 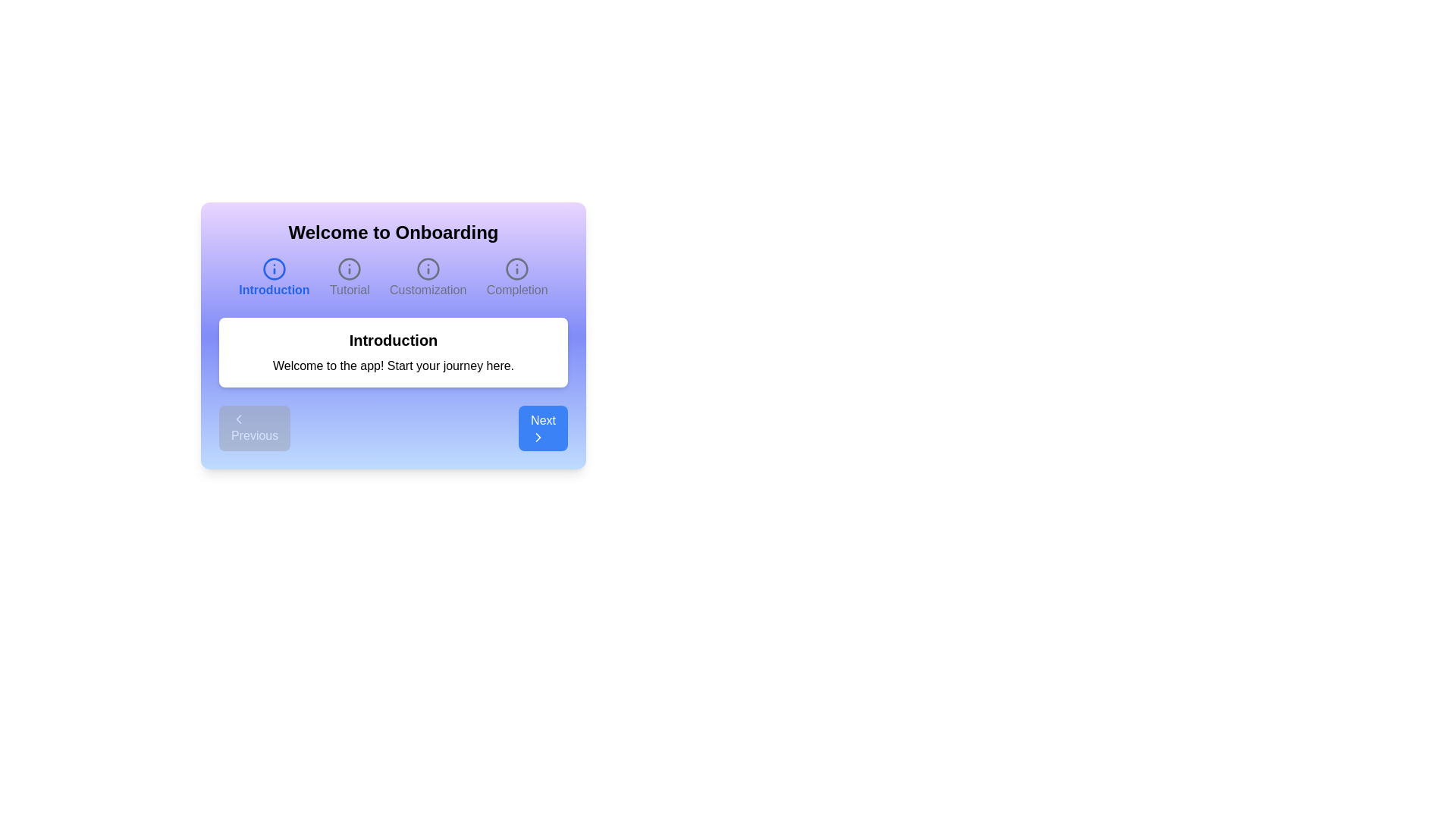 I want to click on the Informational panel titled 'Introduction' which contains the subtitle 'Welcome to the app! Start your journey here.', so click(x=393, y=335).